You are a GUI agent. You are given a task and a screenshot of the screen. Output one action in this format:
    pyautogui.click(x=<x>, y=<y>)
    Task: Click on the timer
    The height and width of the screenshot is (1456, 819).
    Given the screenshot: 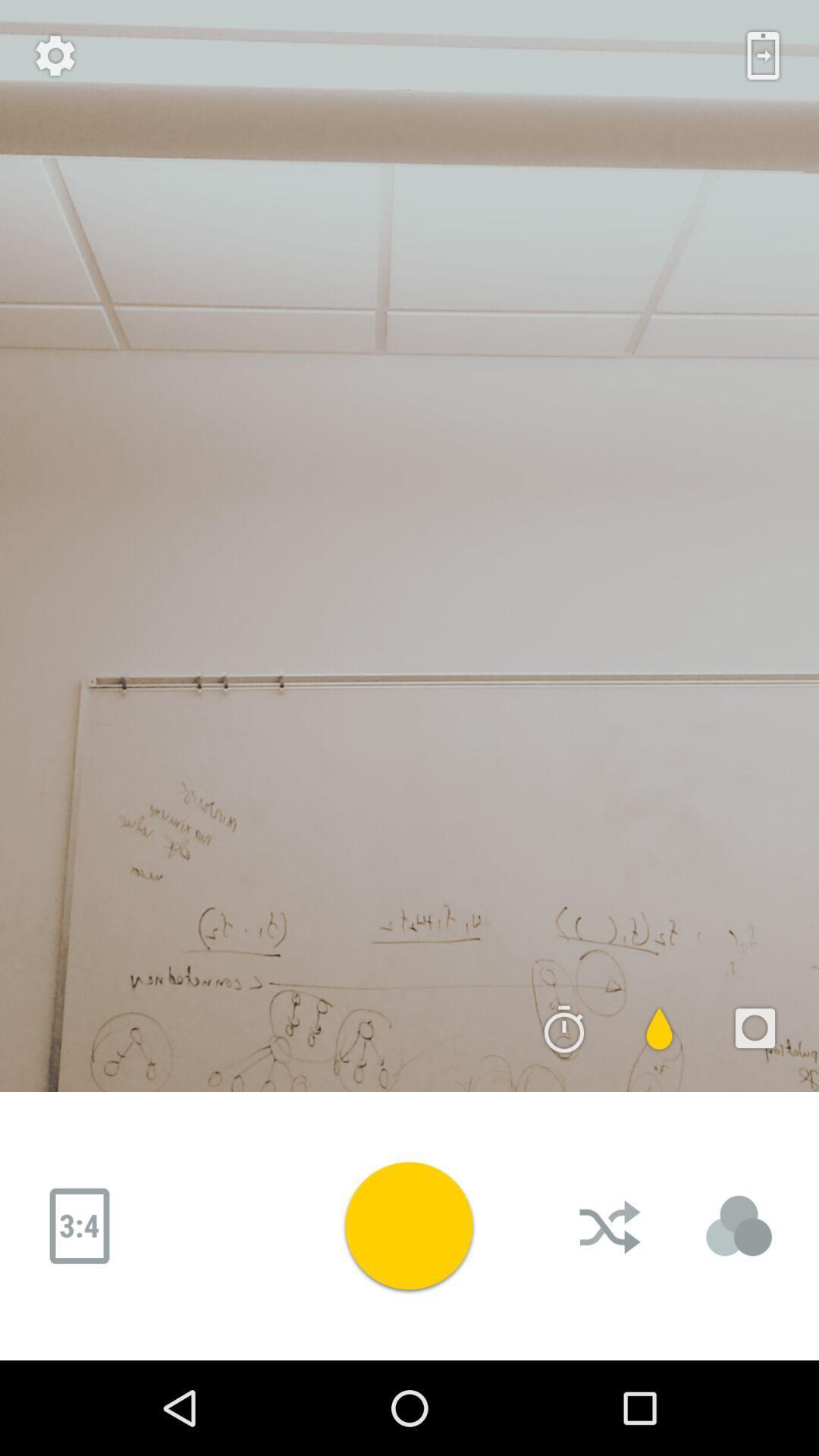 What is the action you would take?
    pyautogui.click(x=564, y=1028)
    